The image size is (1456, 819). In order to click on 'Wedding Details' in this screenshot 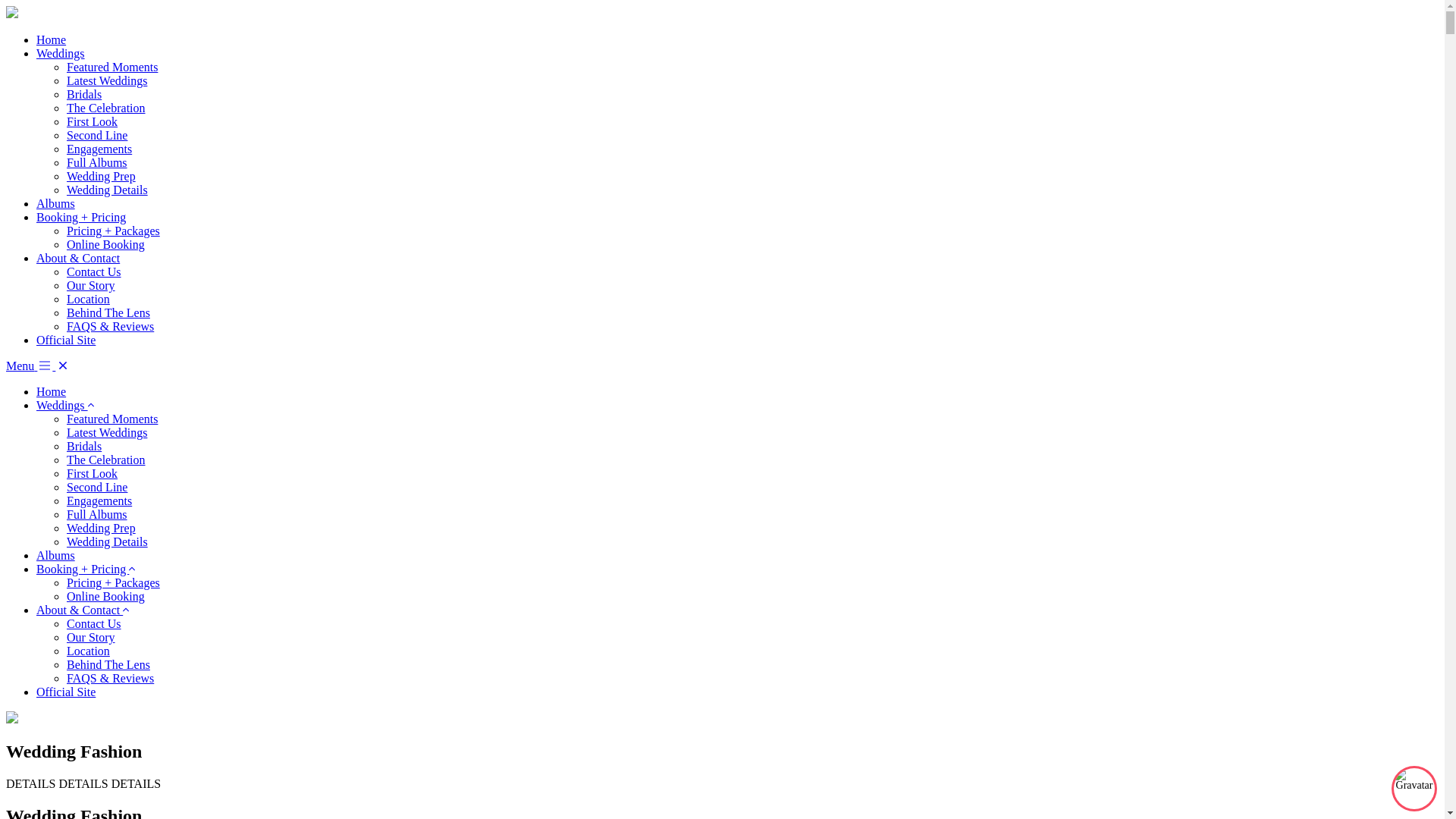, I will do `click(65, 189)`.